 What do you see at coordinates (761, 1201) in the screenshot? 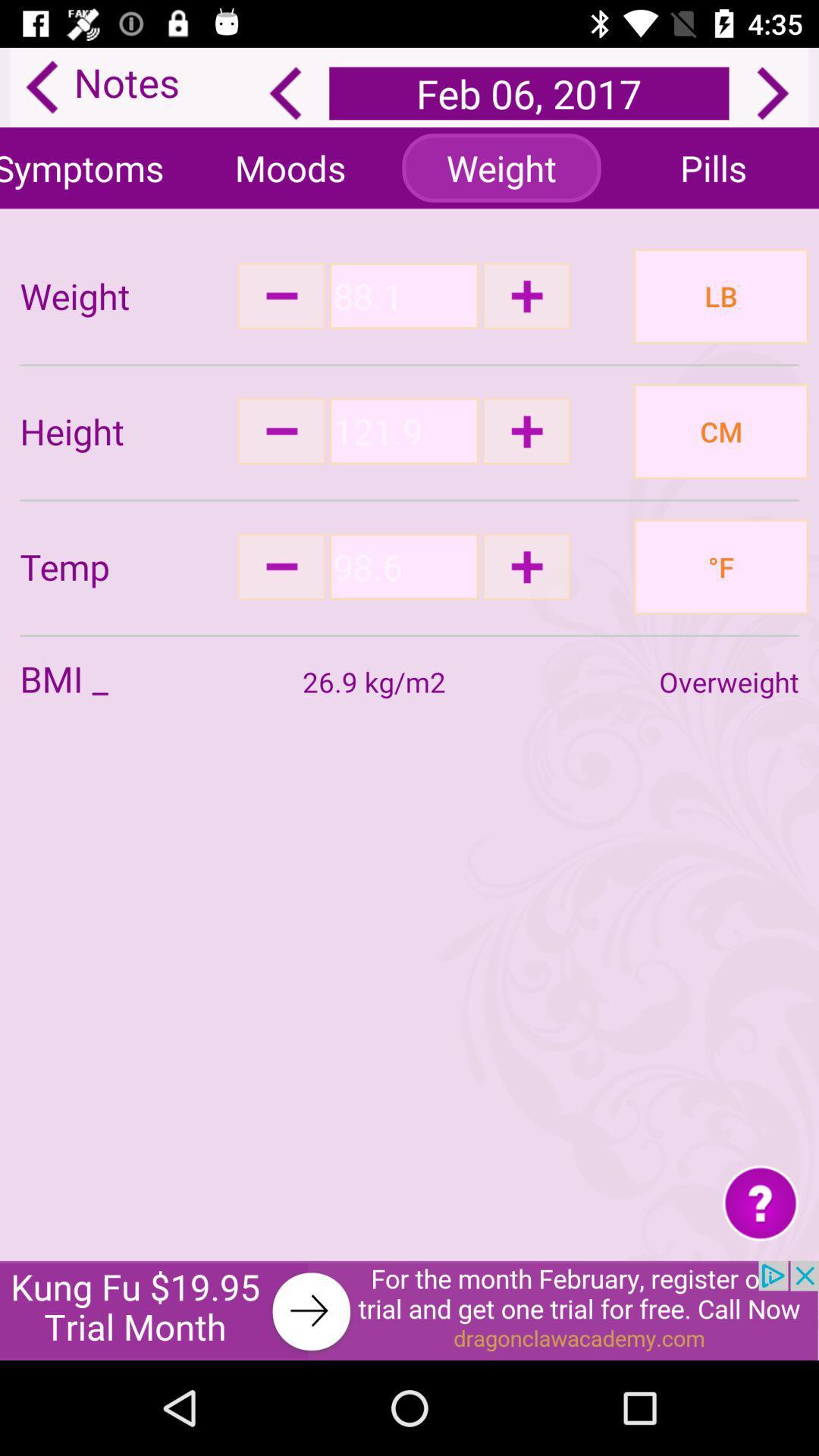
I see `help` at bounding box center [761, 1201].